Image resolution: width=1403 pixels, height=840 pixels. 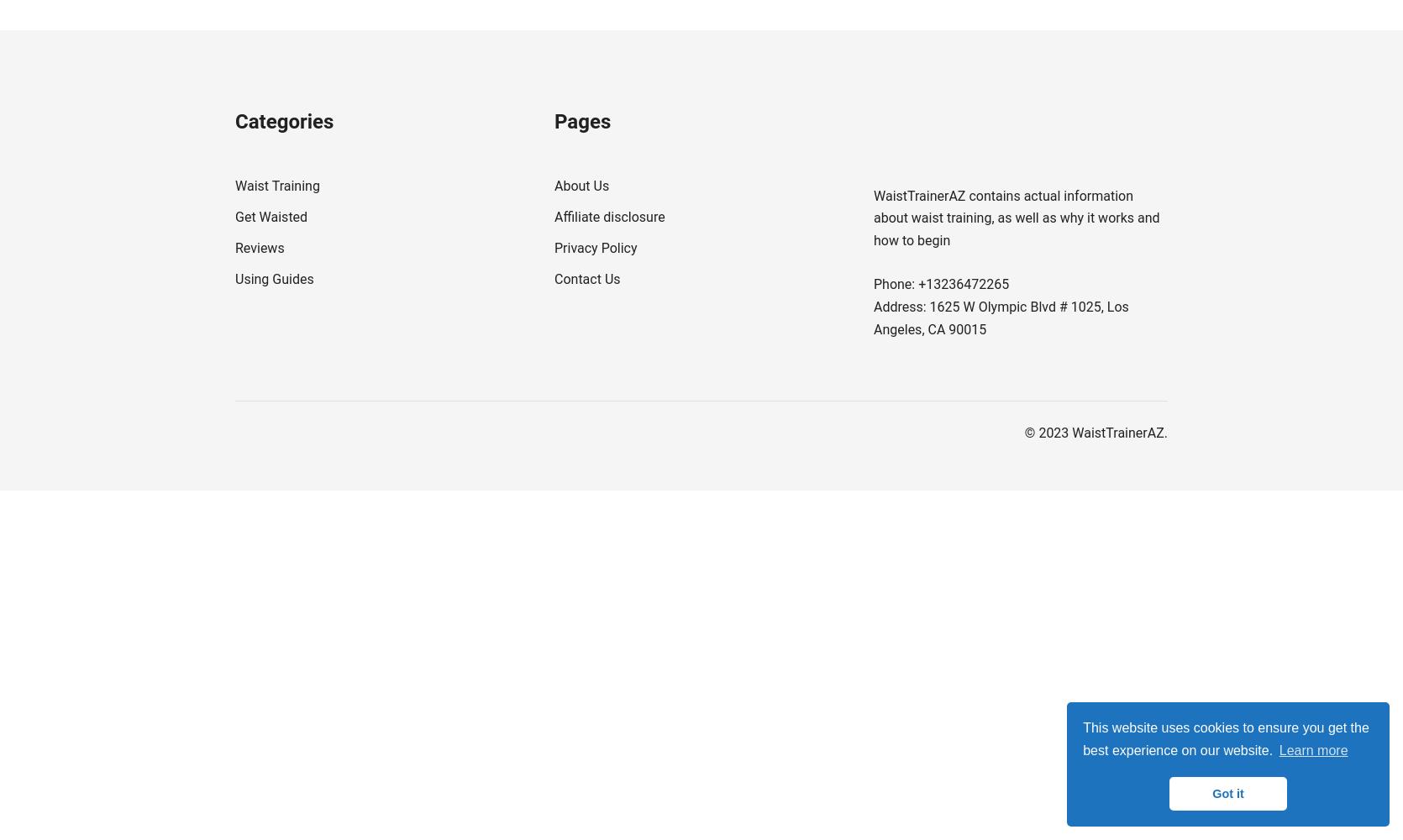 What do you see at coordinates (1001, 318) in the screenshot?
I see `'Address: 1625 W Olympic Blvd # 1025, Los Angeles, CA 90015'` at bounding box center [1001, 318].